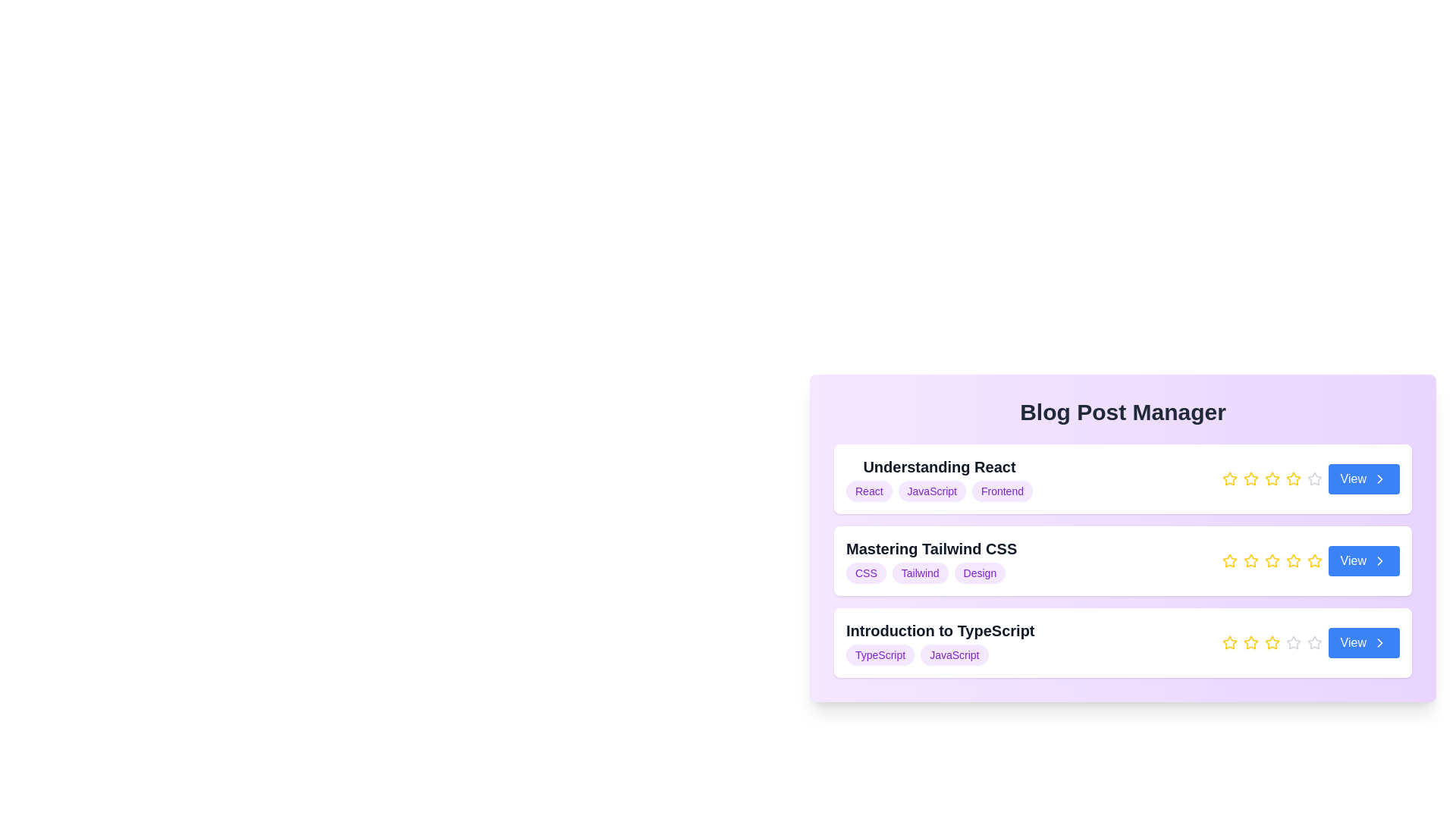 The width and height of the screenshot is (1456, 819). I want to click on the fourth star icon in the 5-star rating system for the 'Mastering Tailwind CSS' item, so click(1272, 560).